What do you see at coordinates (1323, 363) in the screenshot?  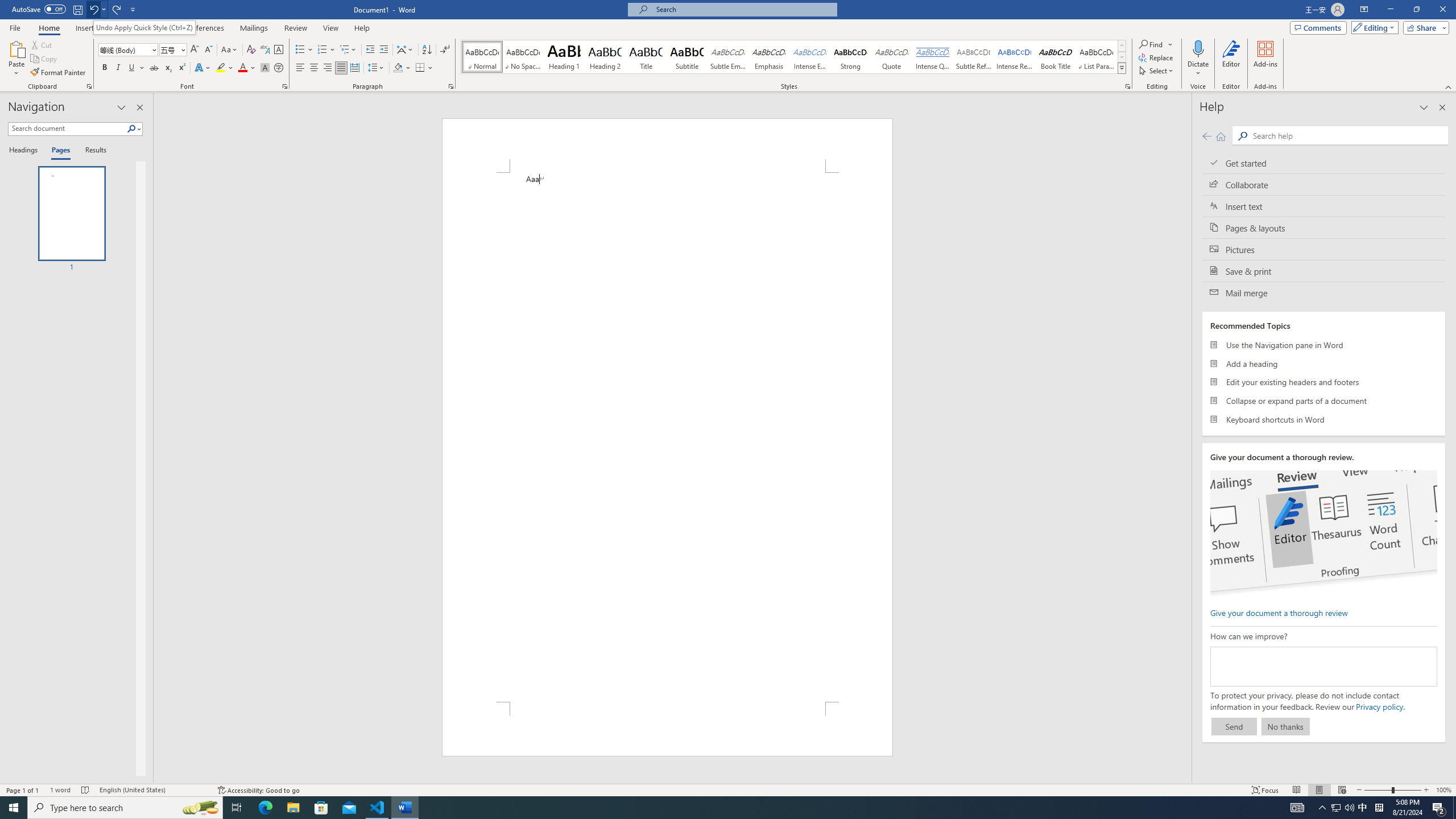 I see `'Add a heading'` at bounding box center [1323, 363].